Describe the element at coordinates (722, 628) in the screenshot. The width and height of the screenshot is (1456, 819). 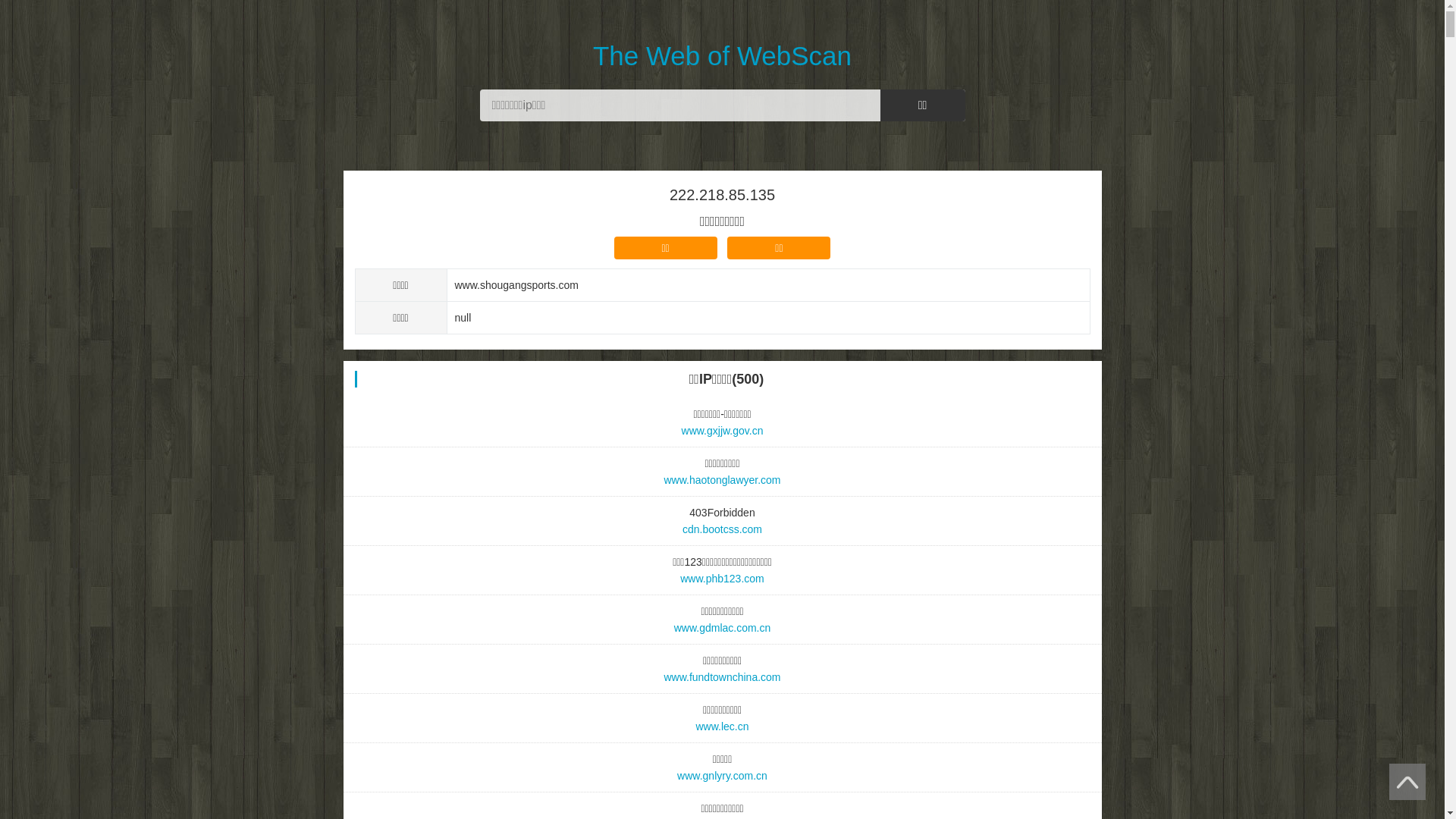
I see `'www.gdmlac.com.cn'` at that location.